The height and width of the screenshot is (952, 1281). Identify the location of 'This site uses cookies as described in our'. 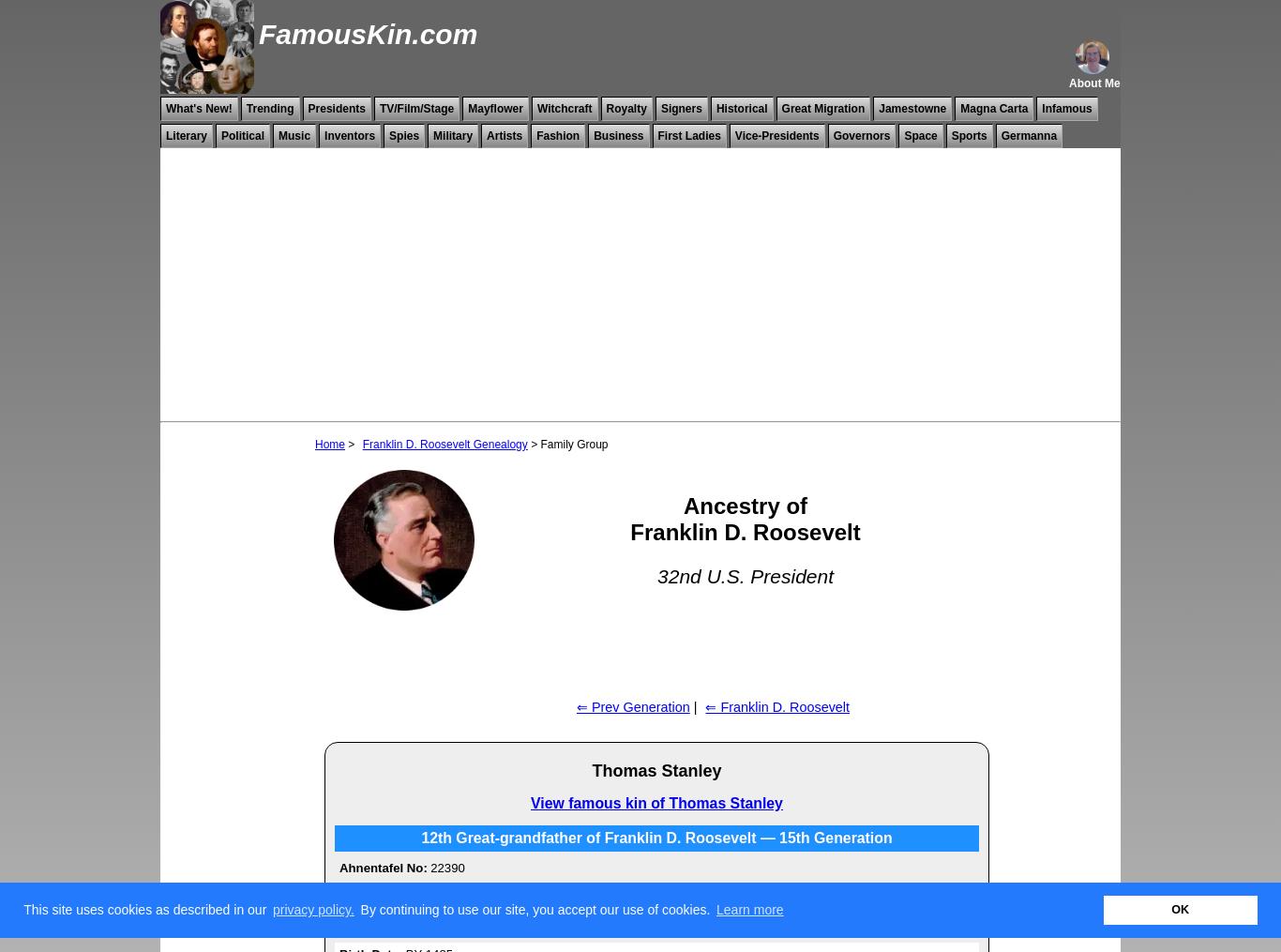
(145, 910).